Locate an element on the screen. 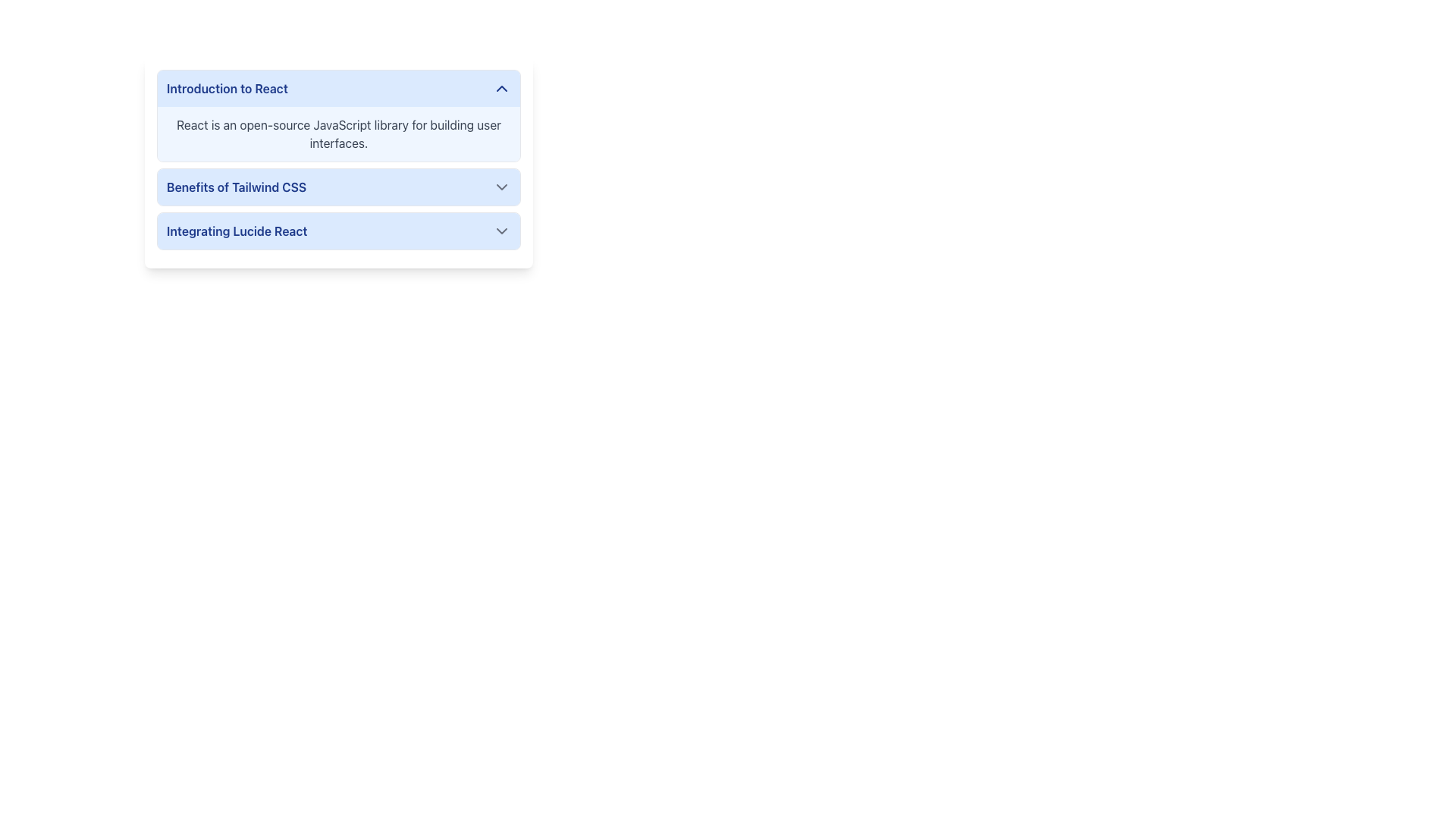  the chevron icon button located to the right of the 'Introduction to React' header is located at coordinates (502, 88).